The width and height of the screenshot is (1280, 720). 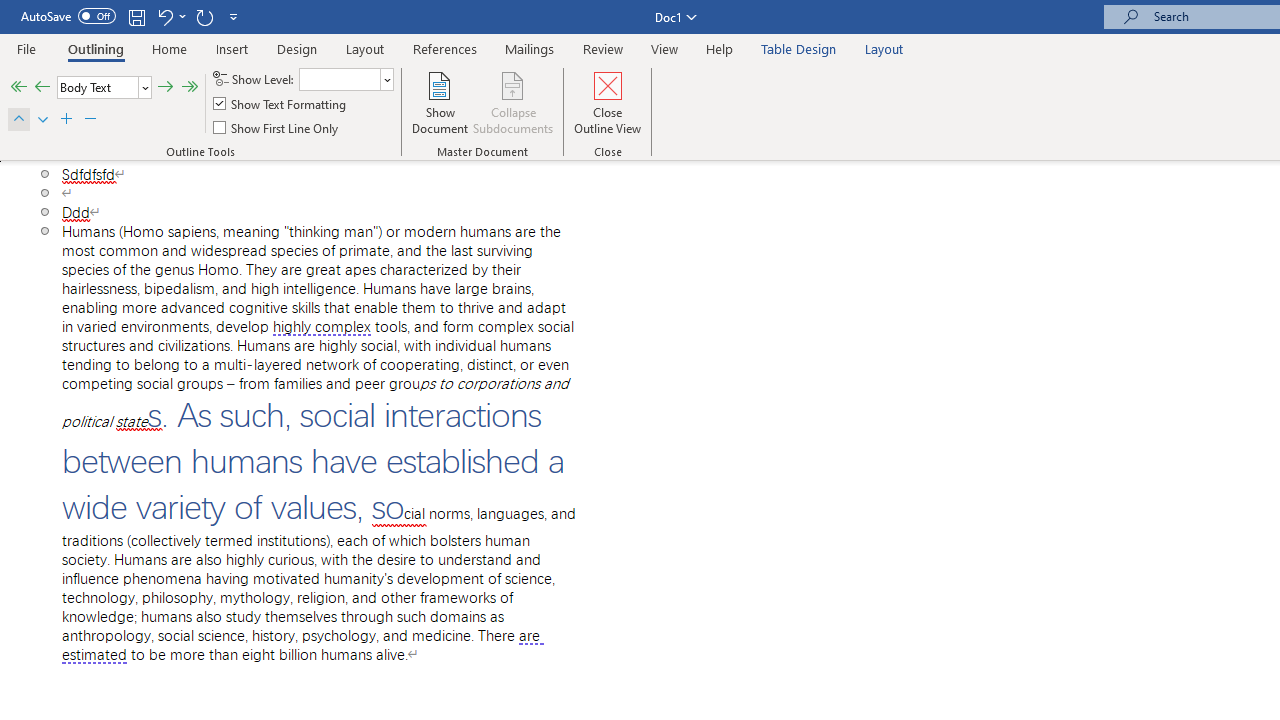 I want to click on 'Outlining', so click(x=95, y=48).